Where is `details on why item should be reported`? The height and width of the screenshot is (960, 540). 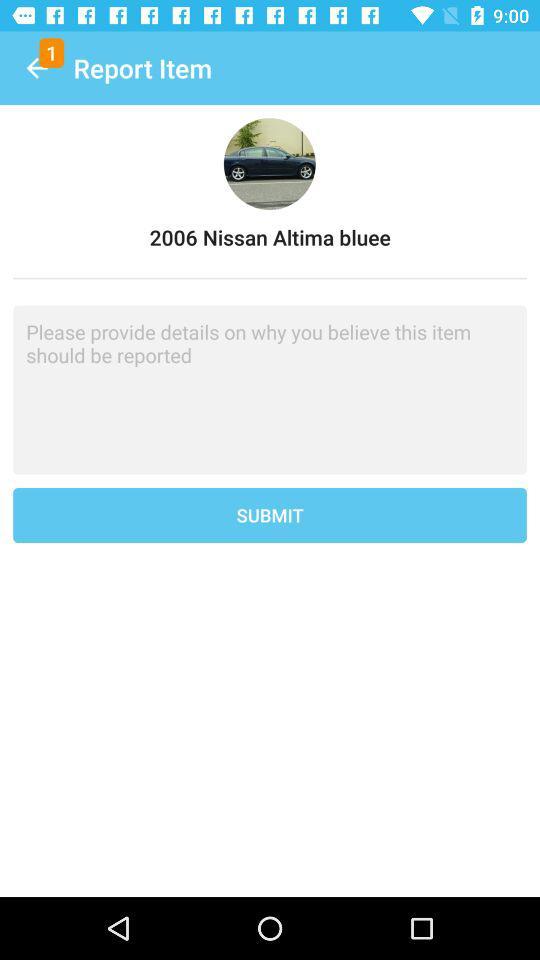 details on why item should be reported is located at coordinates (270, 389).